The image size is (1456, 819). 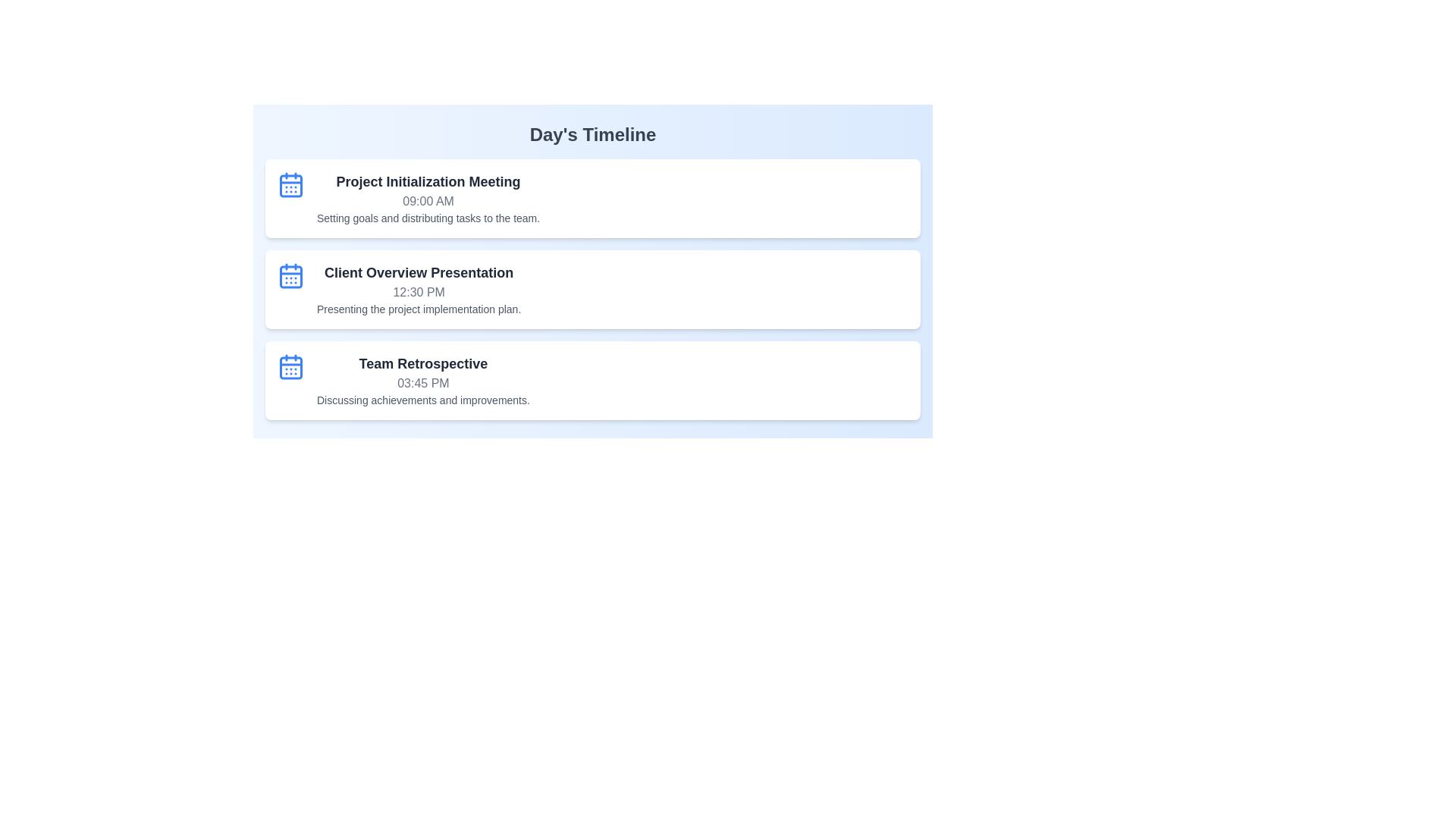 What do you see at coordinates (291, 185) in the screenshot?
I see `the SVG graphical element representing the calendar icon to the left of the text 'Project Initialization Meeting'` at bounding box center [291, 185].